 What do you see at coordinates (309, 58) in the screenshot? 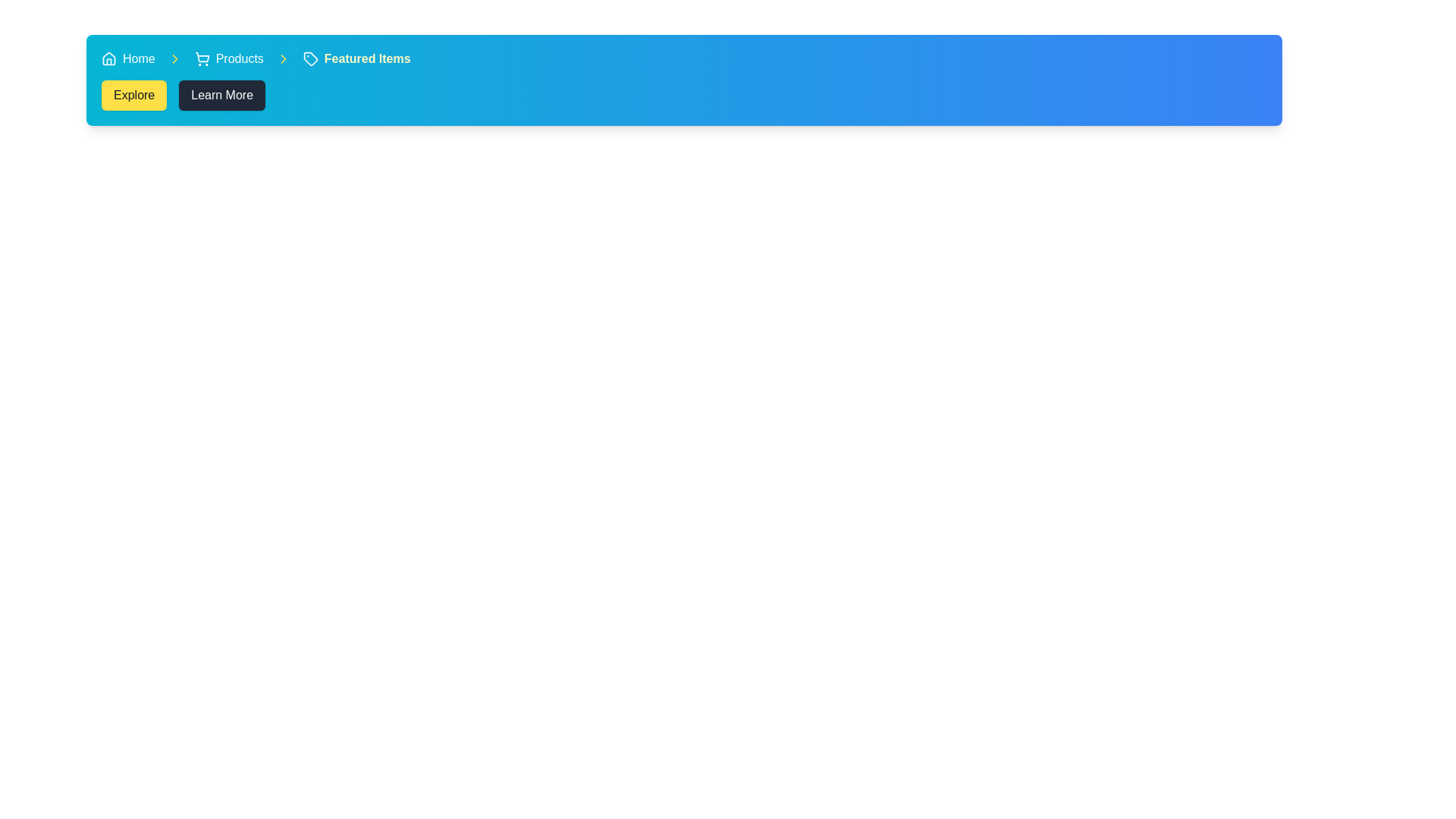
I see `the icon representing the 'Featured Items' section in the navigation breadcrumb bar, located before the text 'Featured Items'` at bounding box center [309, 58].